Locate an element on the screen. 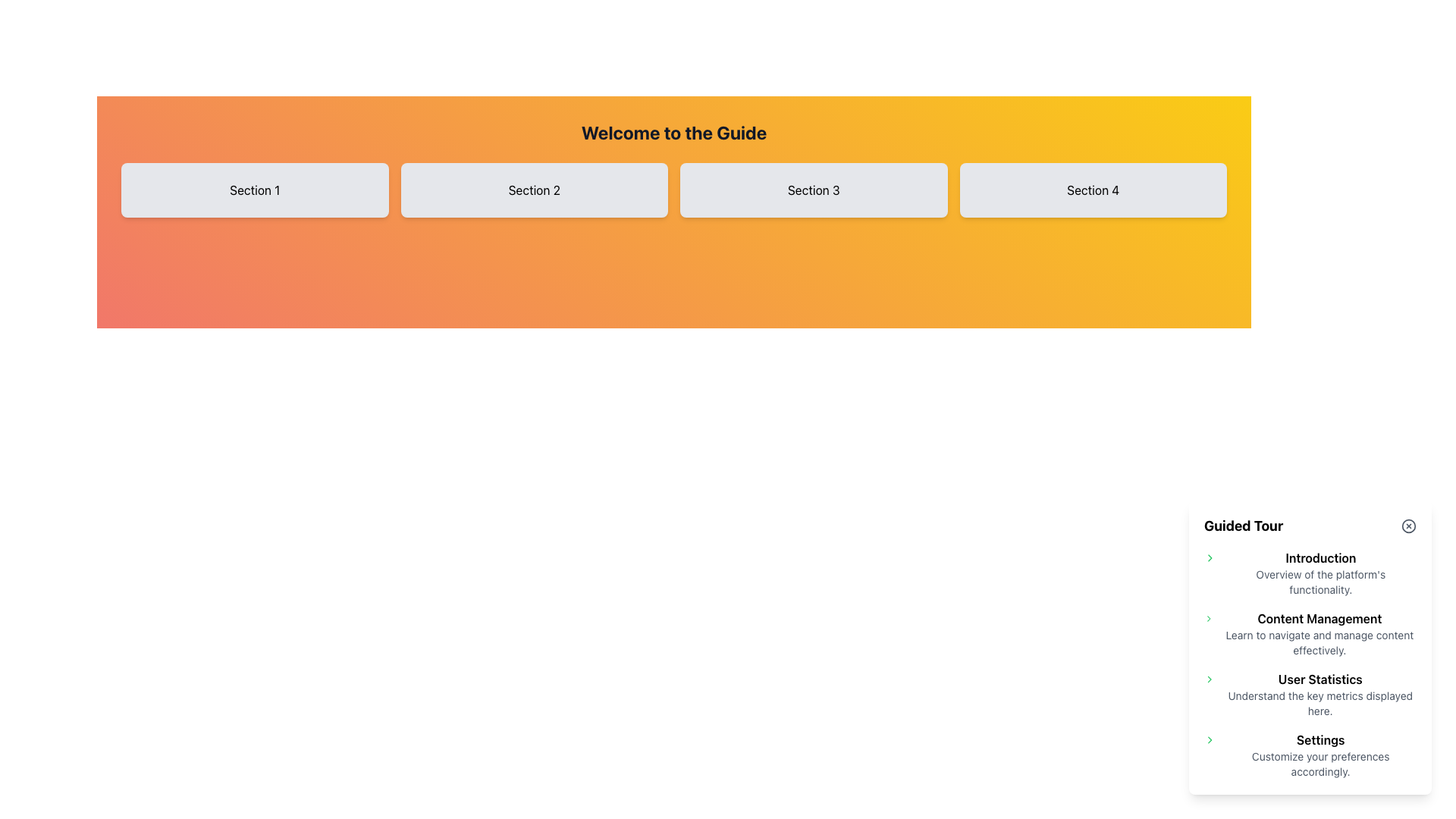  the chevron arrow icon located to the immediate left of the 'Settings' text is located at coordinates (1209, 739).